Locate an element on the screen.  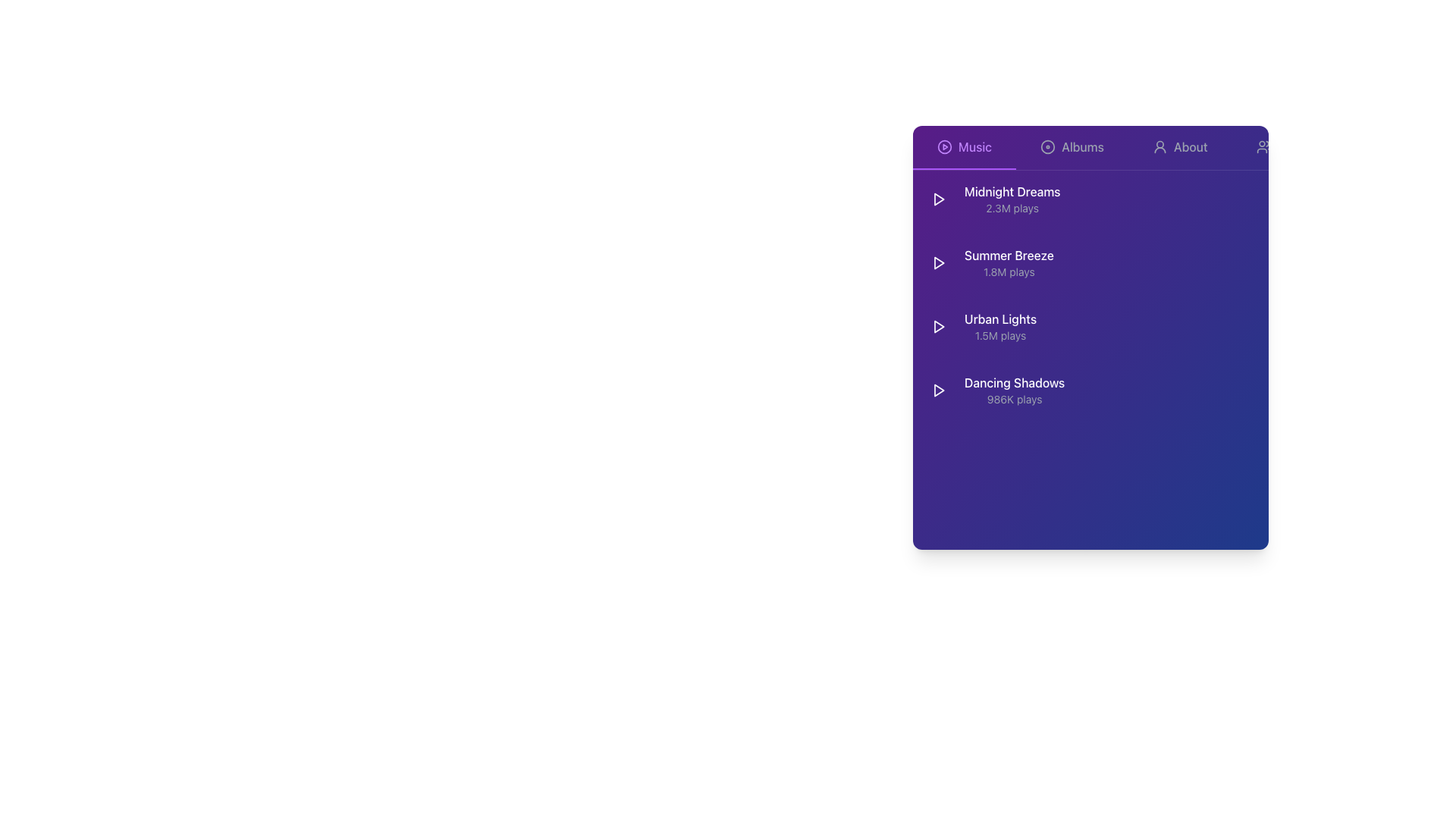
the Ellipsis menu button located near the right edge of the 'Dancing Shadows' list item is located at coordinates (1250, 390).